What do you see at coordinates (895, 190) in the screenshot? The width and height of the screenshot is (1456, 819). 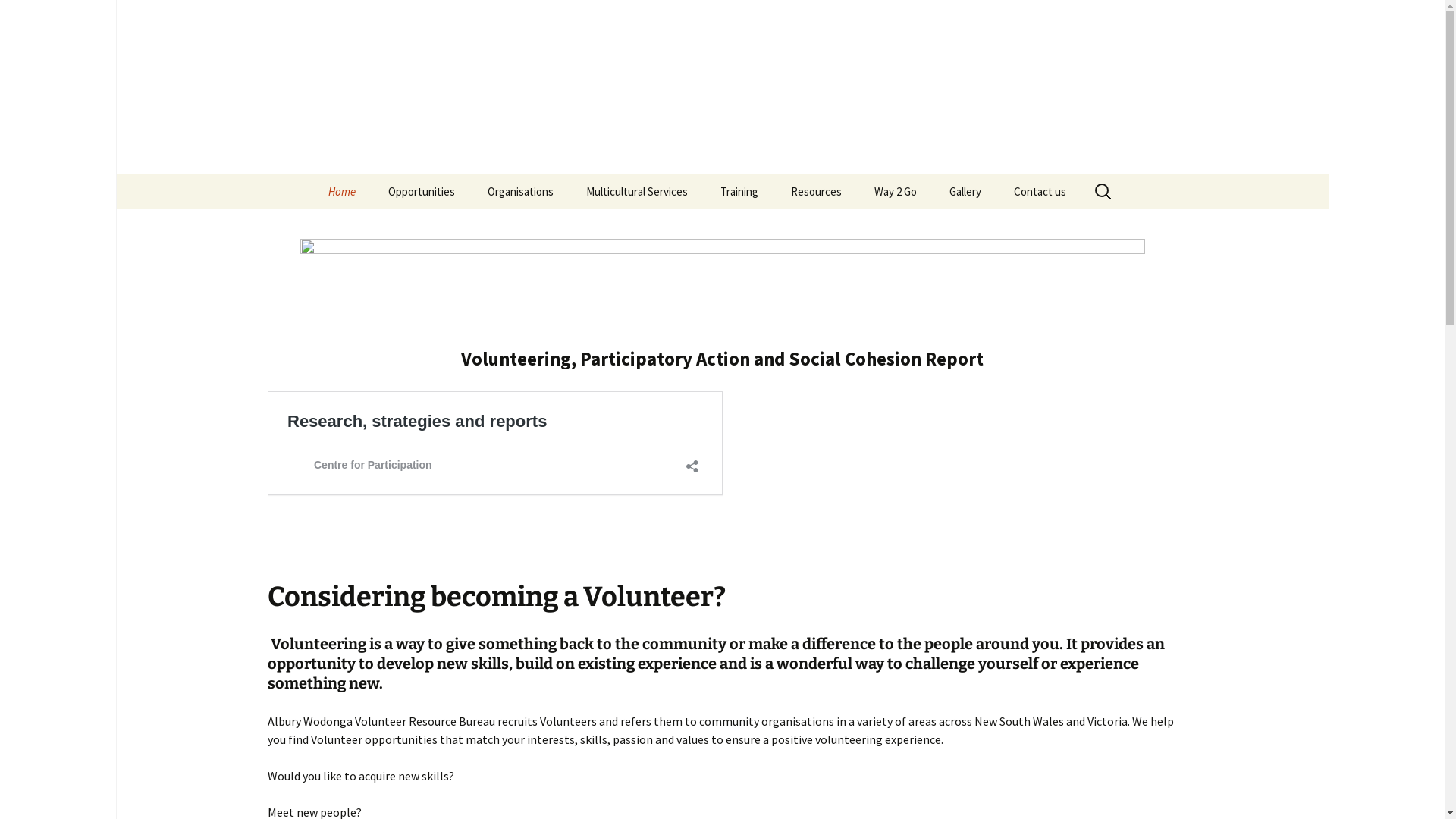 I see `'Way 2 Go'` at bounding box center [895, 190].